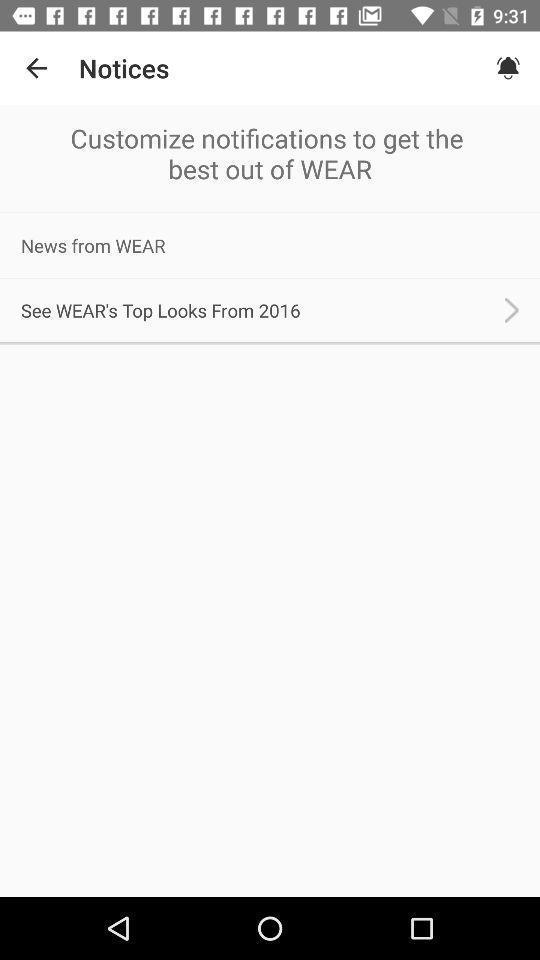 The image size is (540, 960). I want to click on the icon next to the notices icon, so click(508, 68).